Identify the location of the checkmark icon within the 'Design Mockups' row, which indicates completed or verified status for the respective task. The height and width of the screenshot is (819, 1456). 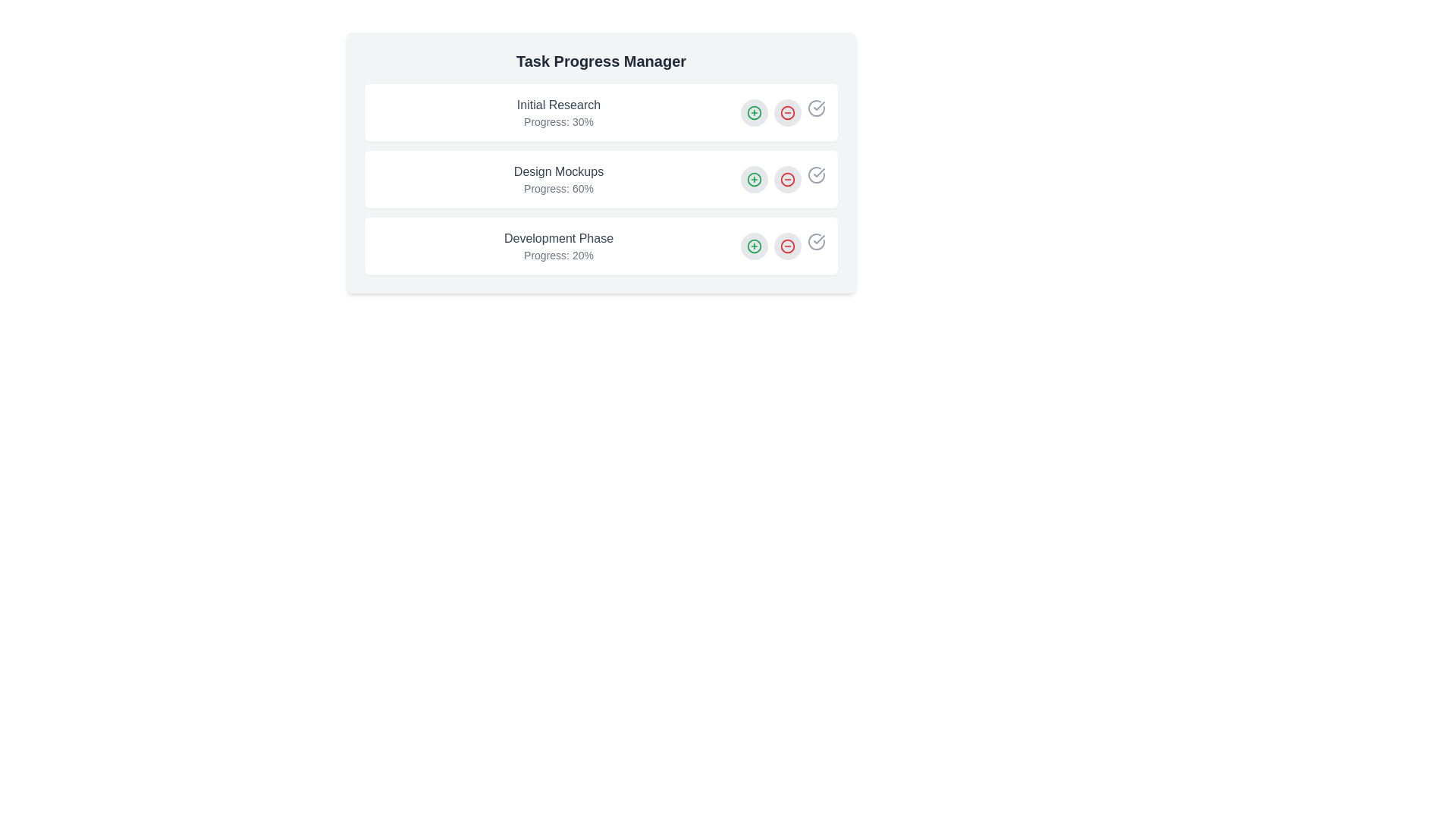
(818, 171).